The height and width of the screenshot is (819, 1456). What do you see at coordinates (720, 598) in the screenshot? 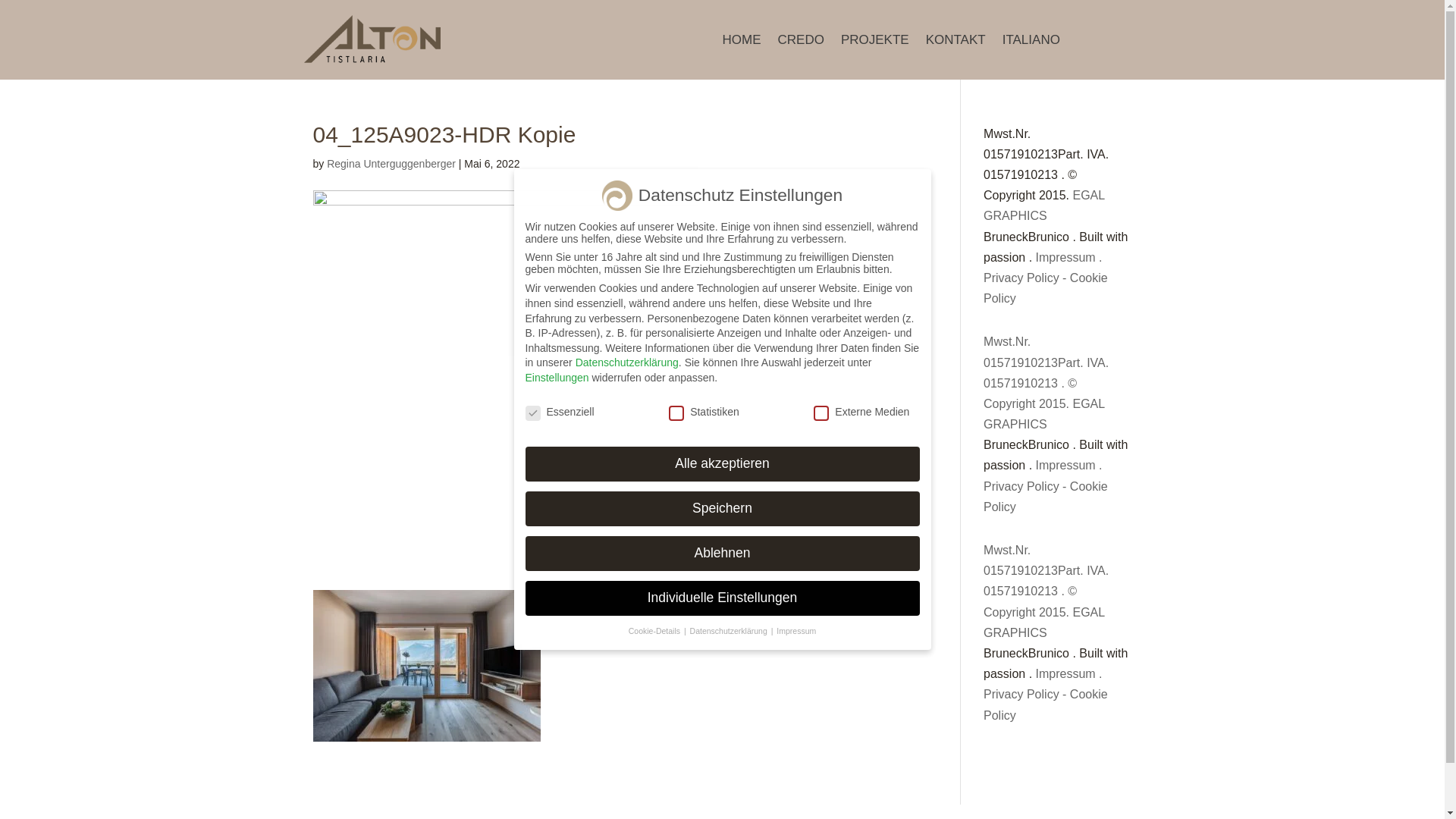
I see `'Individuelle Einstellungen'` at bounding box center [720, 598].